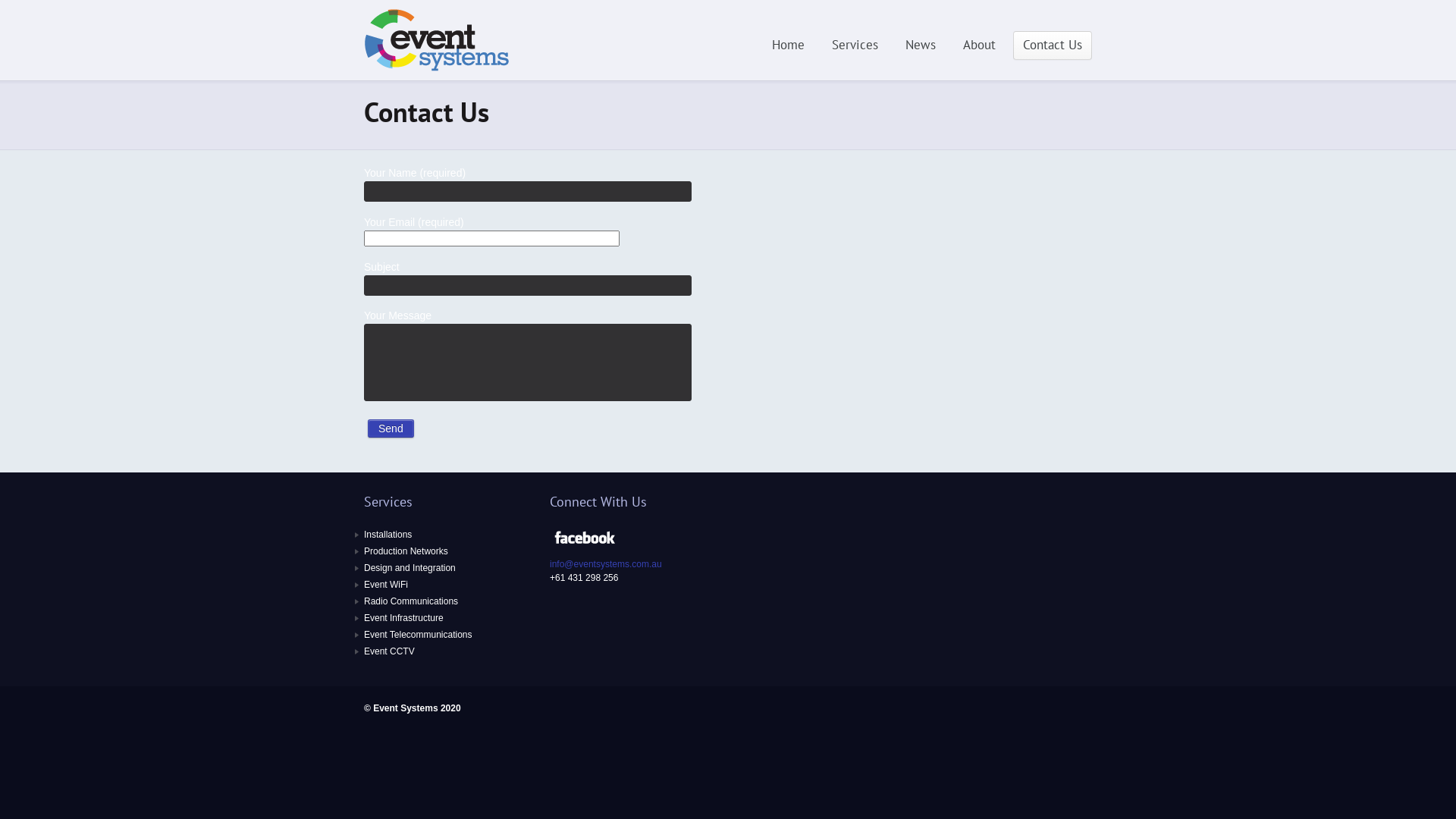  What do you see at coordinates (1051, 45) in the screenshot?
I see `'Contact Us'` at bounding box center [1051, 45].